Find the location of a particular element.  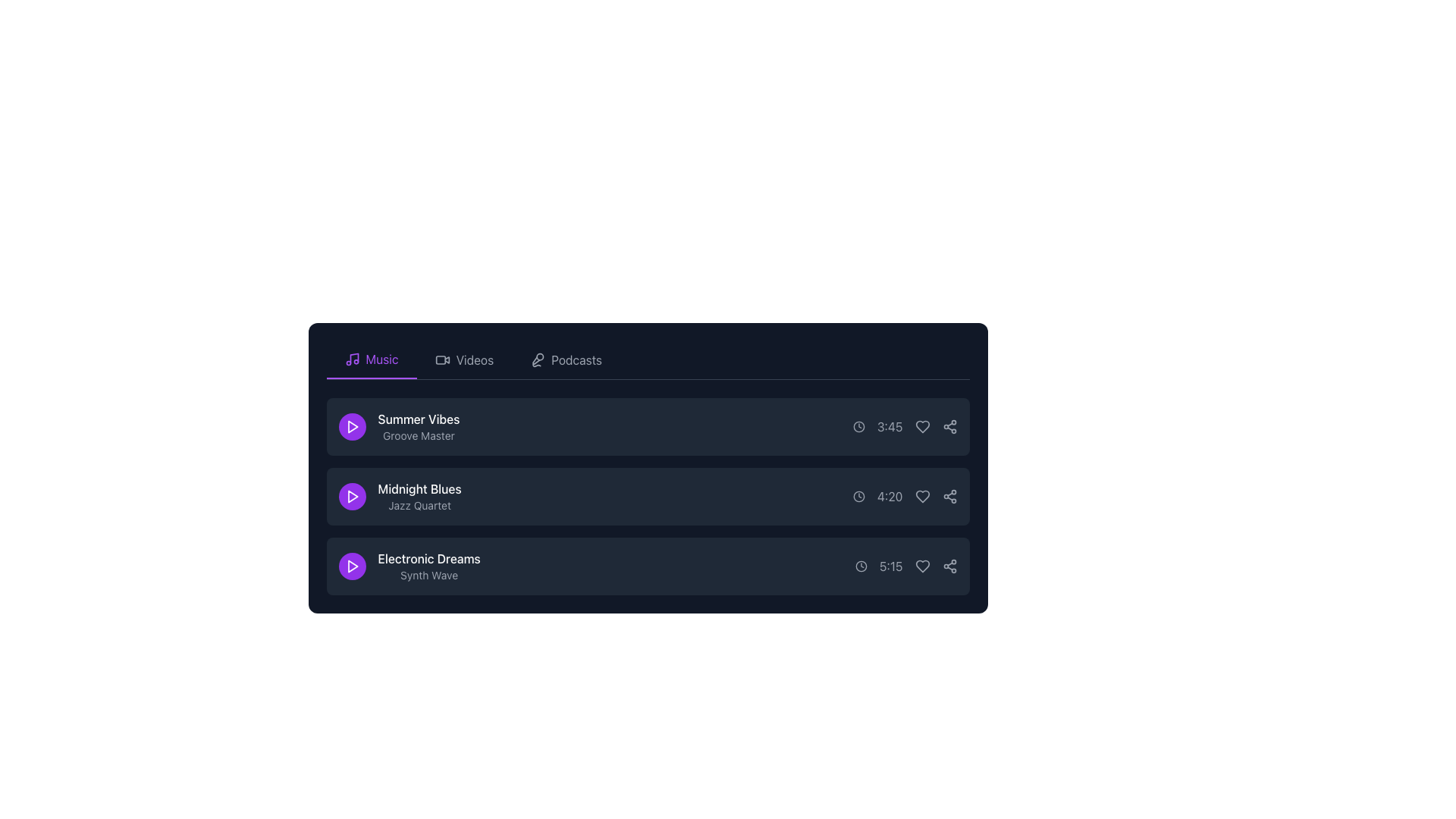

text label 'Synth Wave' located directly underneath the larger text 'Electronic Dreams' in the 'Music' section of the media player interface is located at coordinates (428, 576).